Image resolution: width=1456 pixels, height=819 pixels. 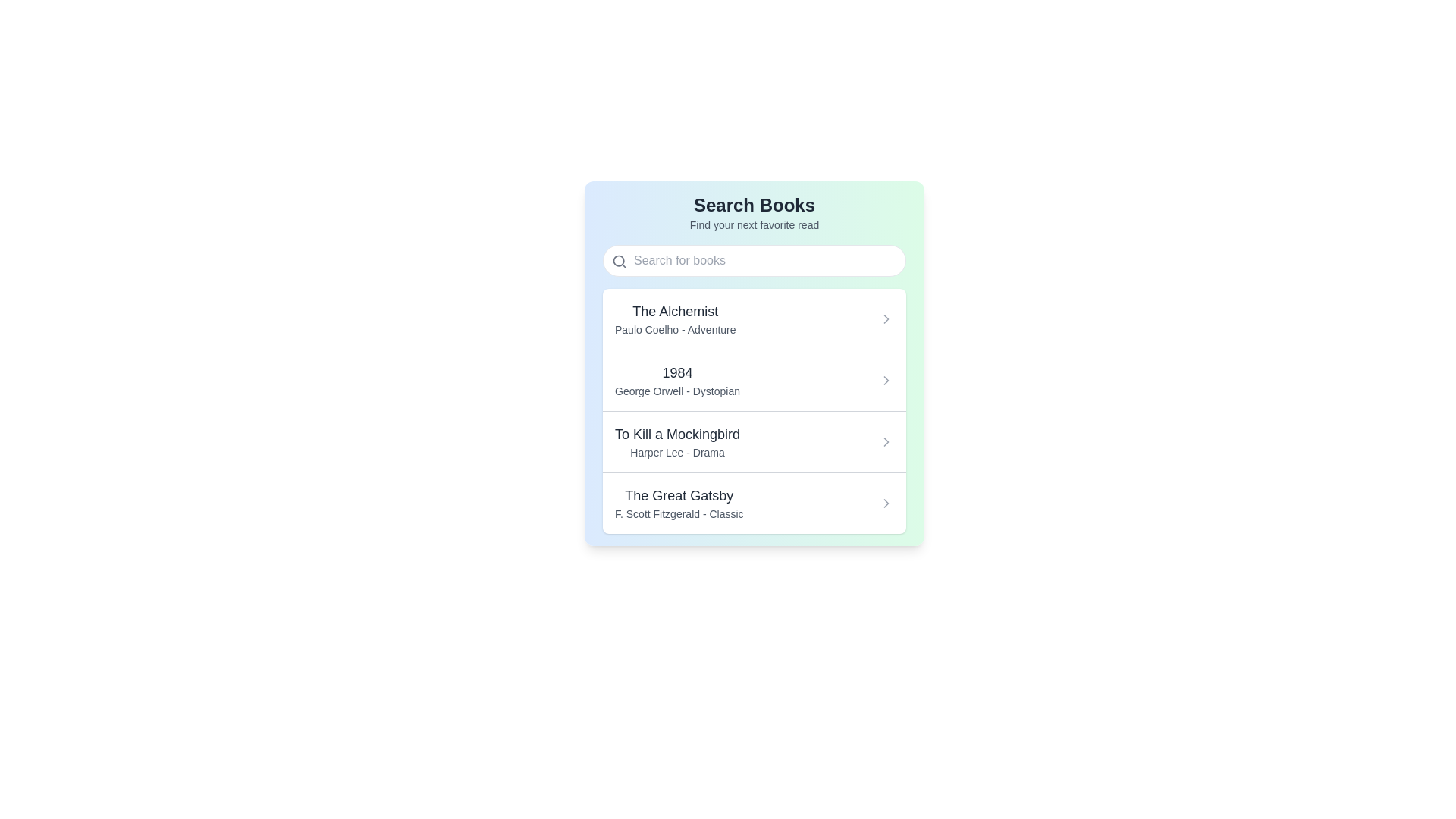 I want to click on the text display block element that shows 'The Great Gatsby' and 'F. Scott Fitzgerald - Classic' in the 'Search Books' interface, so click(x=678, y=503).